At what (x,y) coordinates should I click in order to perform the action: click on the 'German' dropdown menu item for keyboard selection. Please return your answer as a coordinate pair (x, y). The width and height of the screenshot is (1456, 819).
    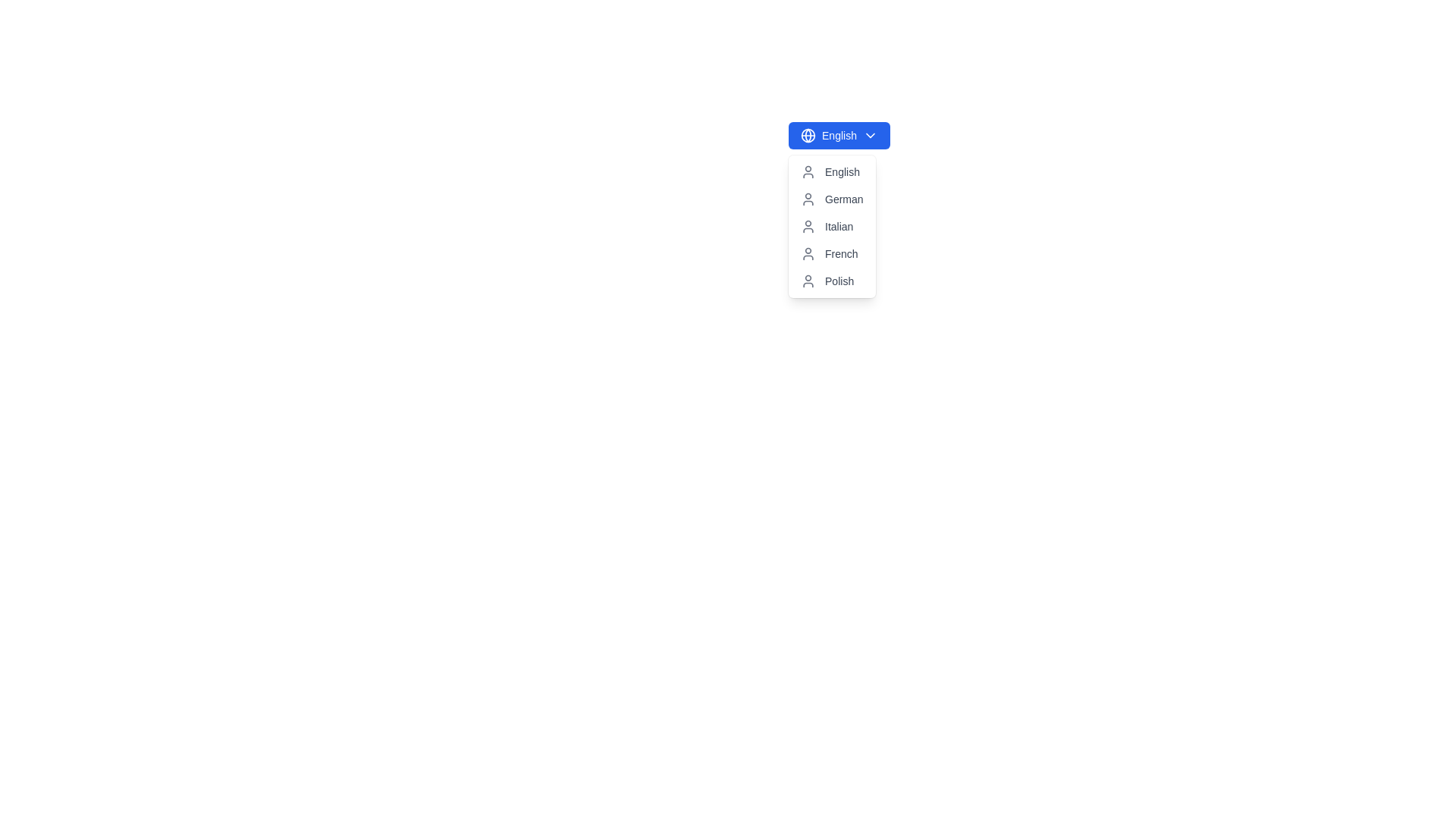
    Looking at the image, I should click on (831, 198).